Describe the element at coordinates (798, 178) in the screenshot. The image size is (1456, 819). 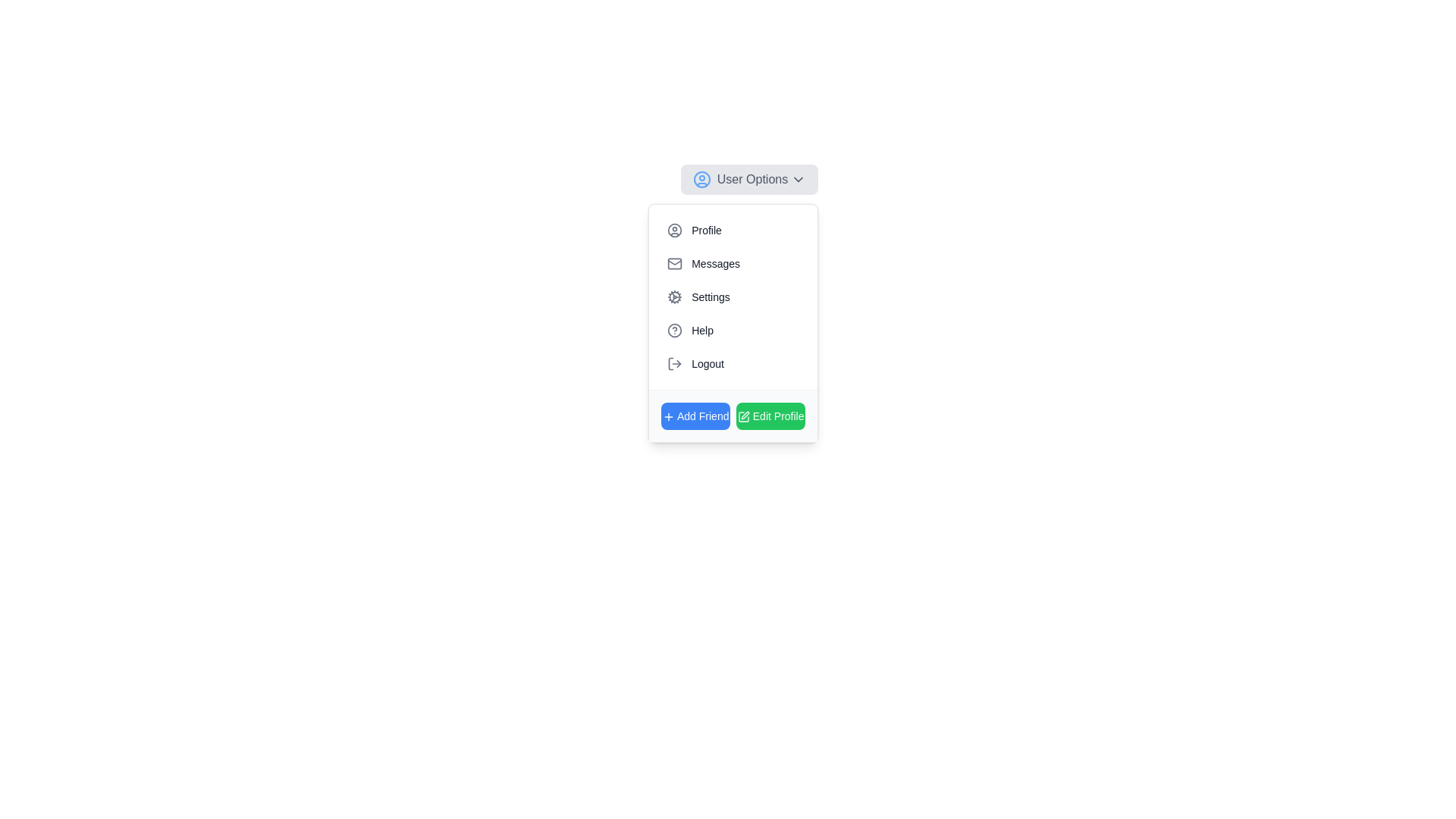
I see `the downward-facing chevron icon next to the 'User Options' text` at that location.